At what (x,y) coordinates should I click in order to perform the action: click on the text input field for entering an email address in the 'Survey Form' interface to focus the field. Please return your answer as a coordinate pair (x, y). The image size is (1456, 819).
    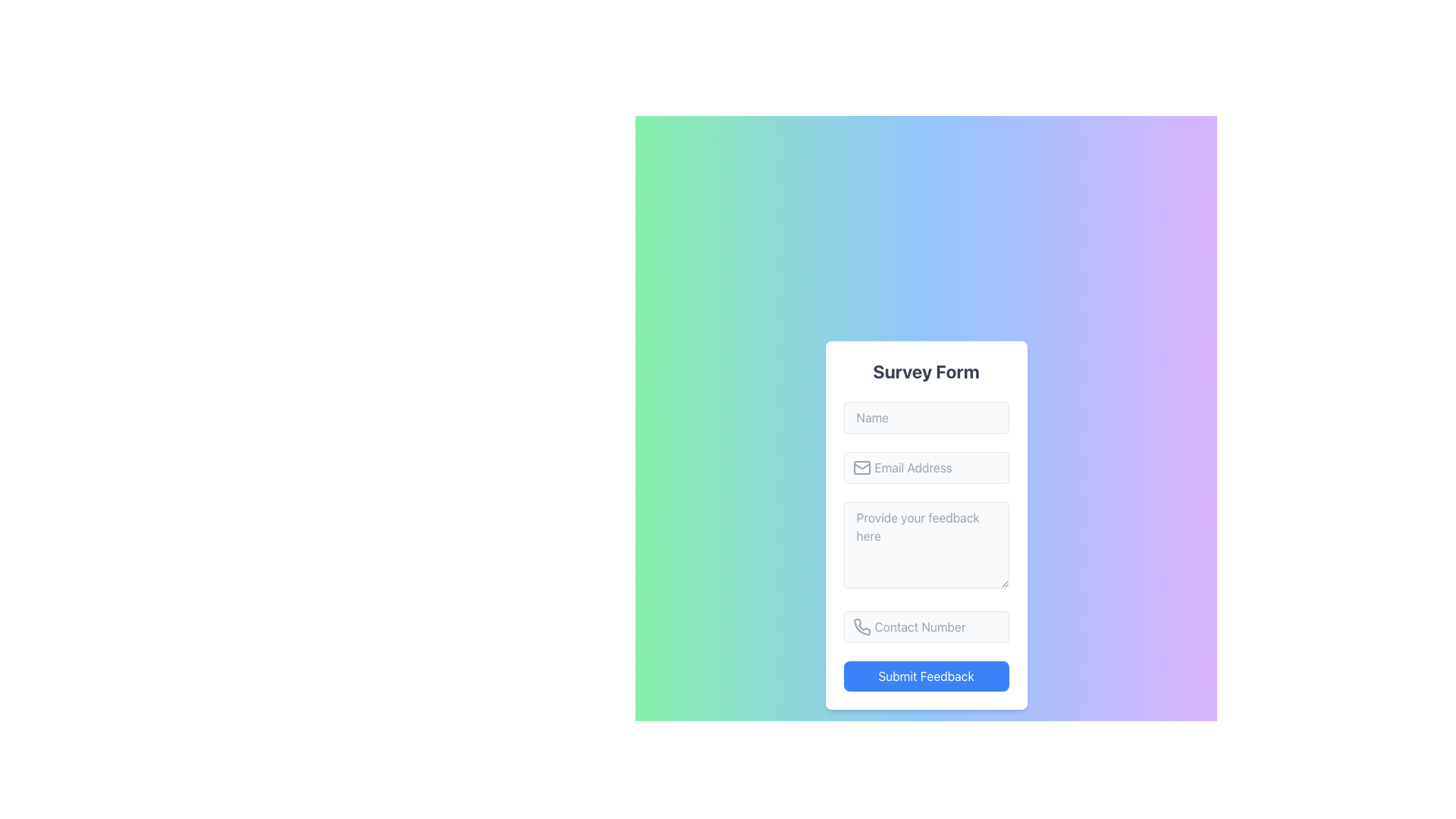
    Looking at the image, I should click on (925, 467).